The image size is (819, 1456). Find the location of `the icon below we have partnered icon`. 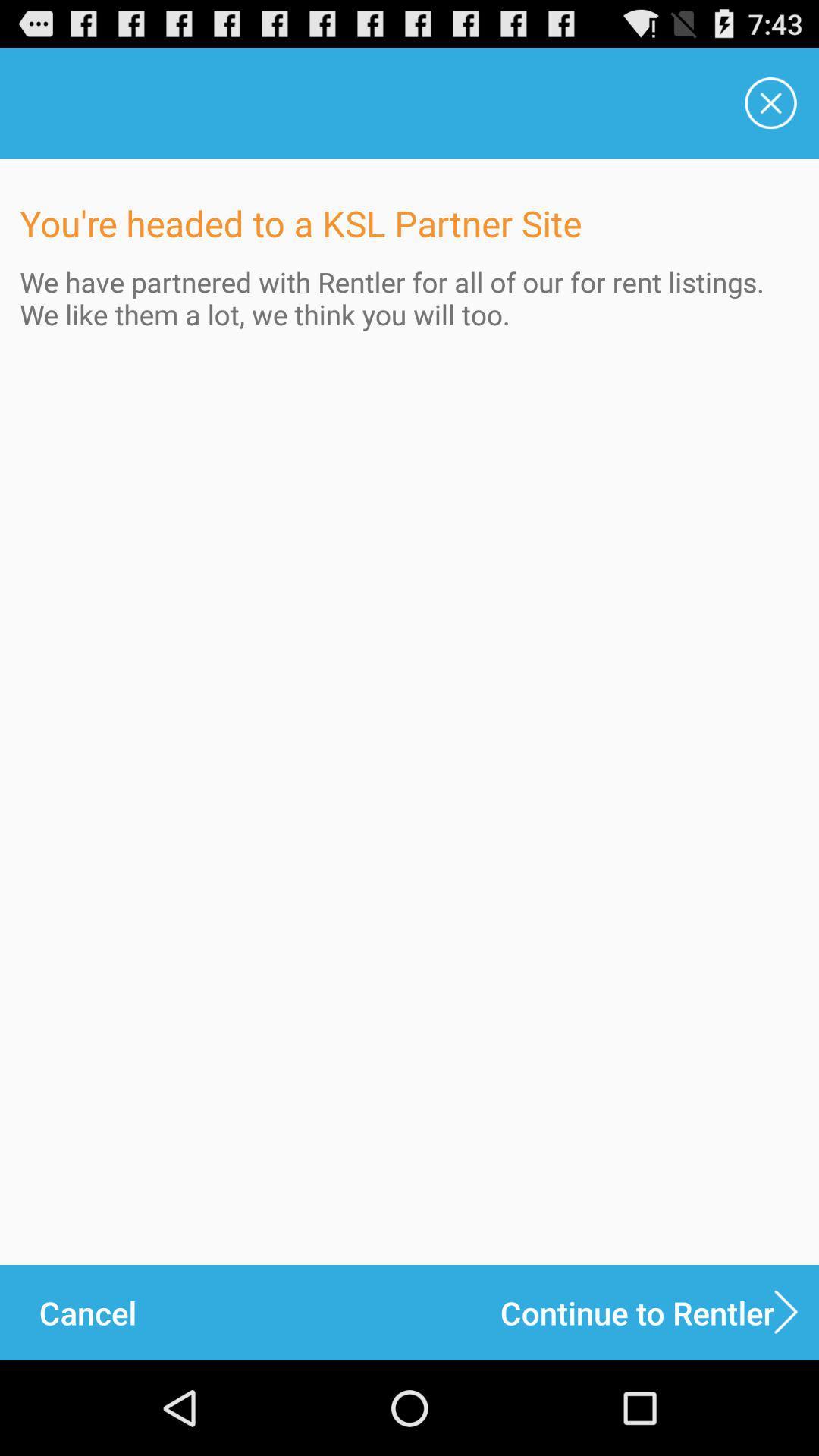

the icon below we have partnered icon is located at coordinates (659, 1312).